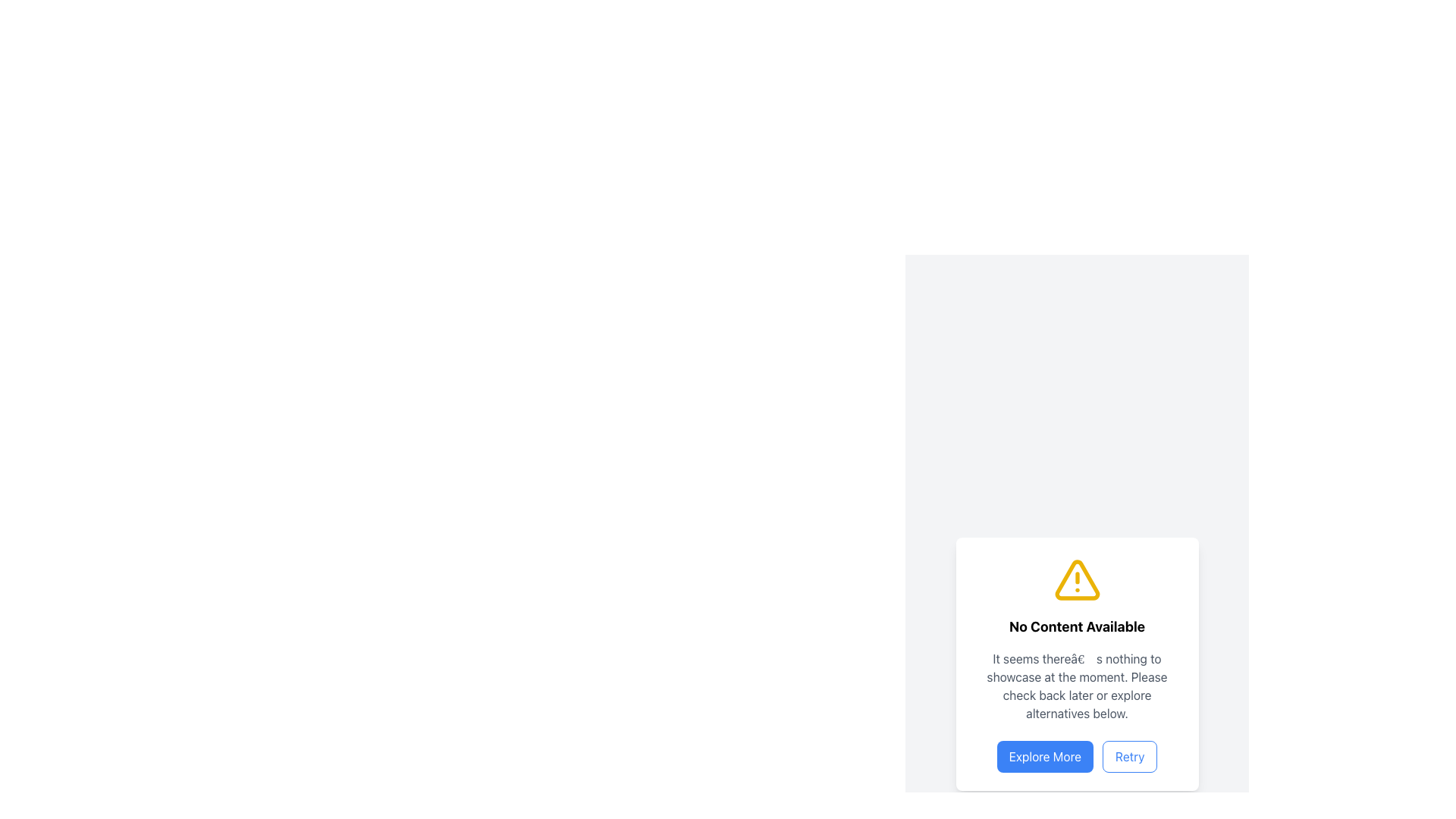  Describe the element at coordinates (1076, 686) in the screenshot. I see `the text block containing a multi-line message in a subdued gray font, positioned centrally within a card-like UI below the title 'No Content Available' and above the buttons 'Explore More' and 'Retry'` at that location.